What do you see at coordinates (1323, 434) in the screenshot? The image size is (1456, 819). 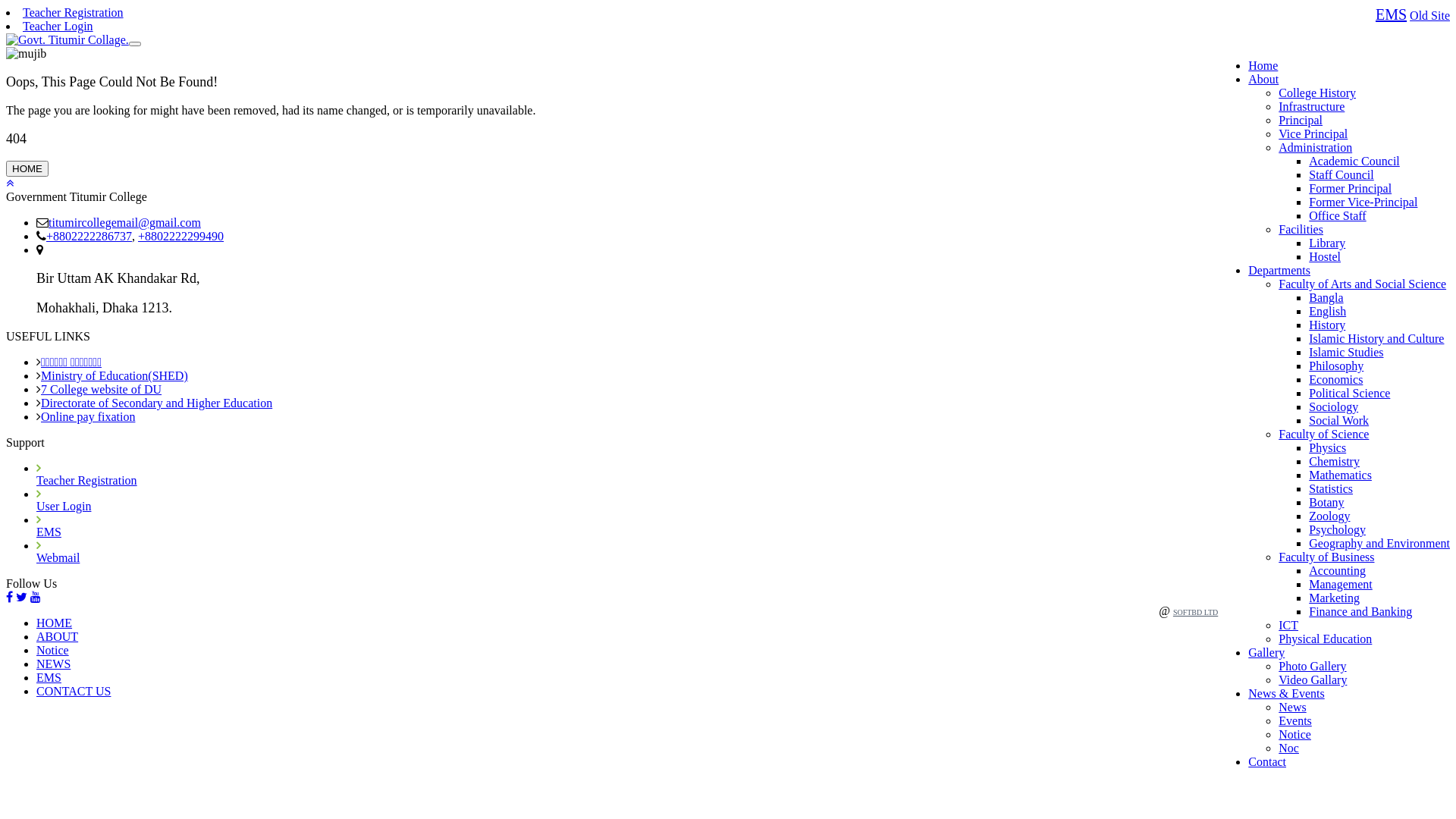 I see `'Faculty of Science'` at bounding box center [1323, 434].